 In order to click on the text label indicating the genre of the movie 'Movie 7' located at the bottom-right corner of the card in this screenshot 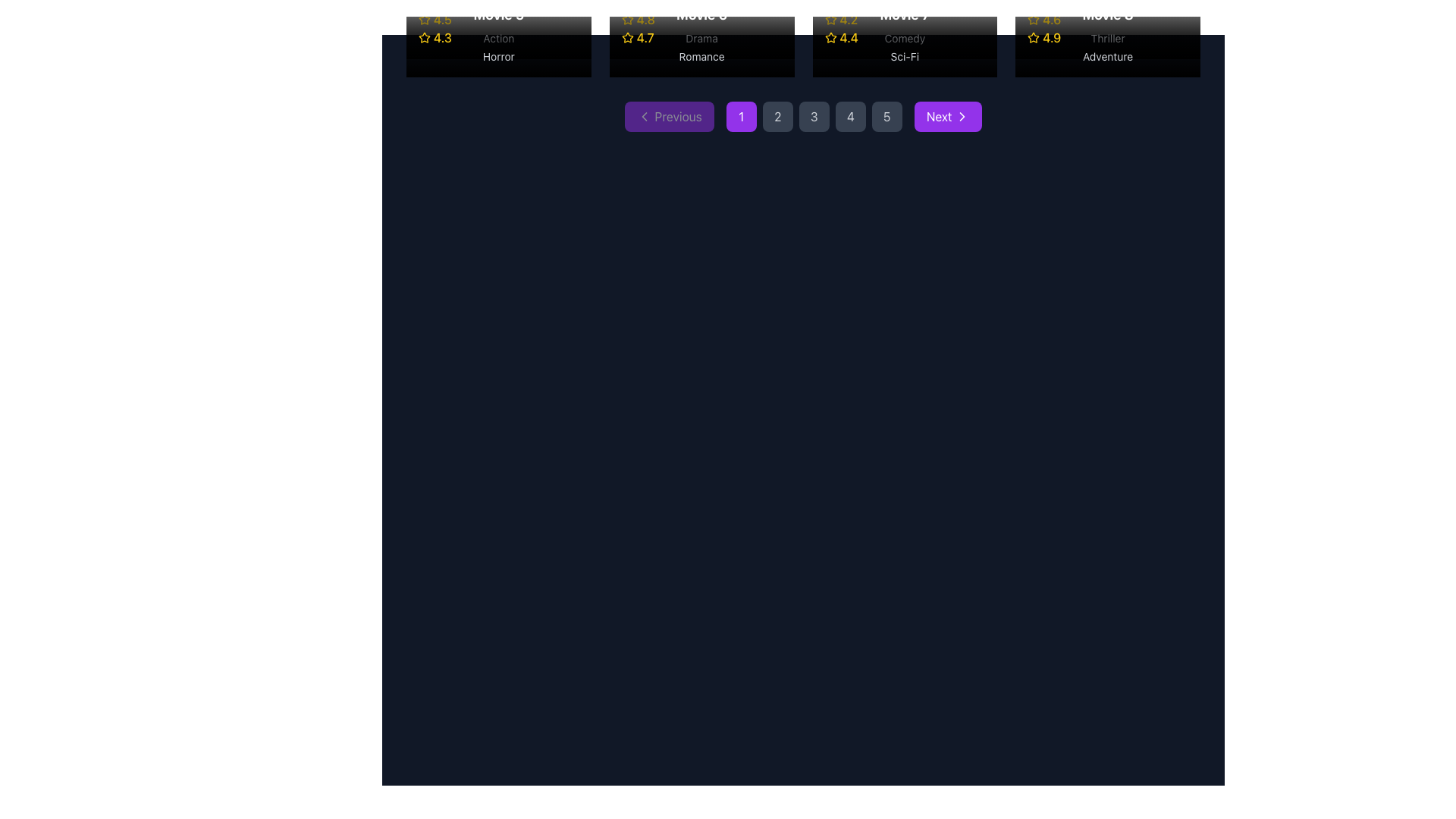, I will do `click(905, 55)`.